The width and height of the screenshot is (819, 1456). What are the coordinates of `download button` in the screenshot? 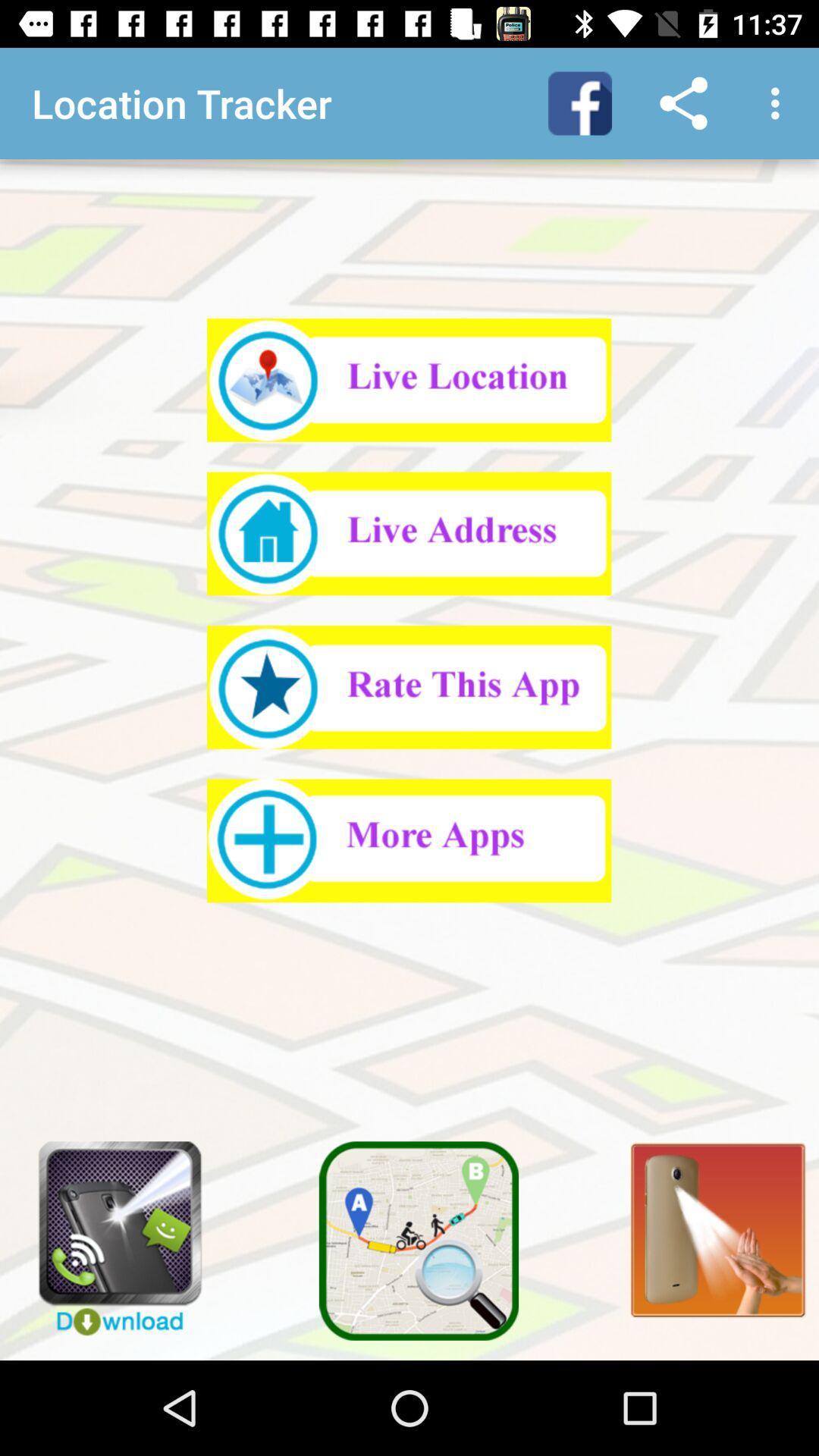 It's located at (108, 1231).